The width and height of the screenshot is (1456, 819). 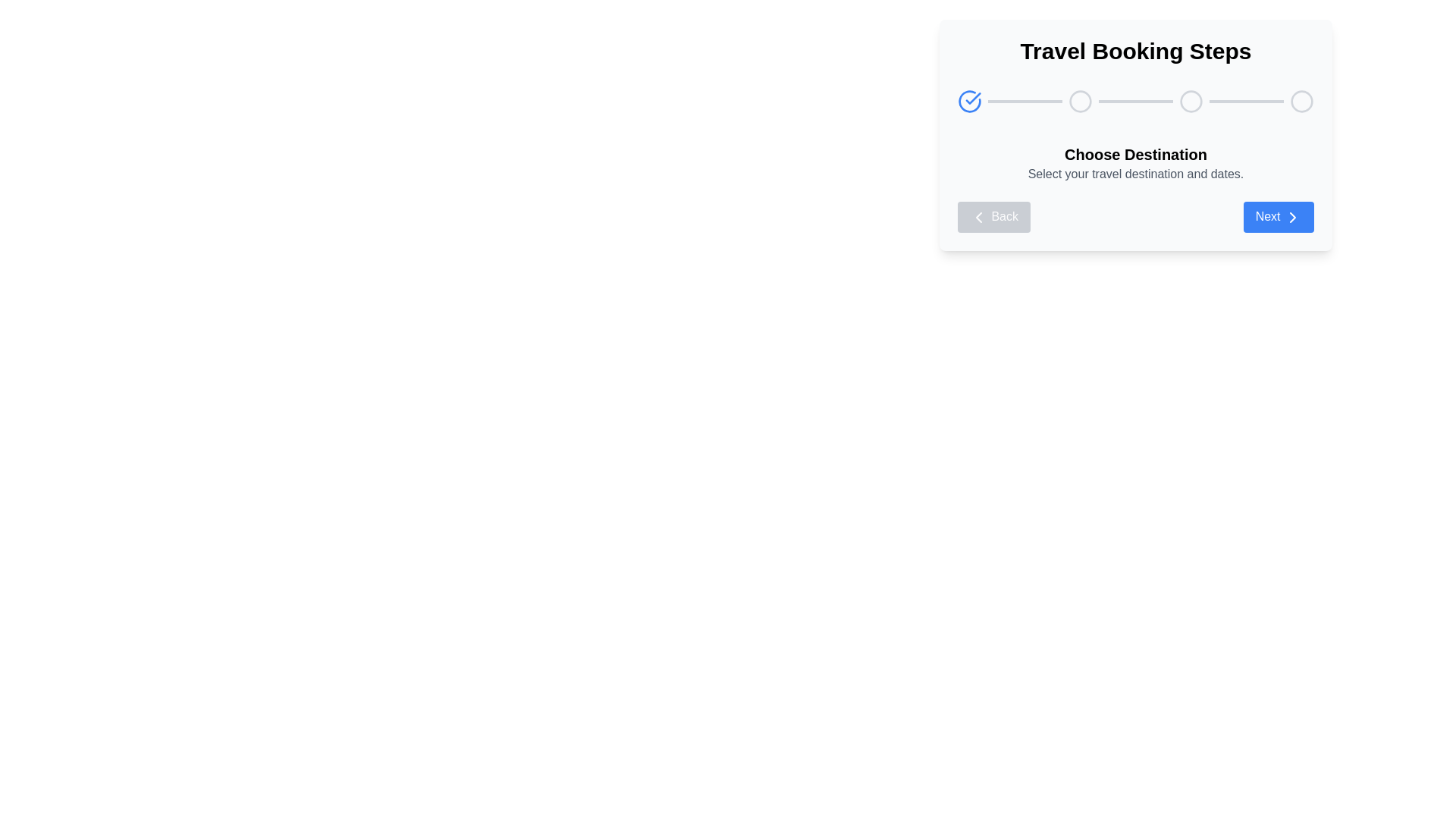 I want to click on the circular icon with a blue check mark, which is the first in a horizontal sequence of icons indicating progress or completion, so click(x=968, y=102).